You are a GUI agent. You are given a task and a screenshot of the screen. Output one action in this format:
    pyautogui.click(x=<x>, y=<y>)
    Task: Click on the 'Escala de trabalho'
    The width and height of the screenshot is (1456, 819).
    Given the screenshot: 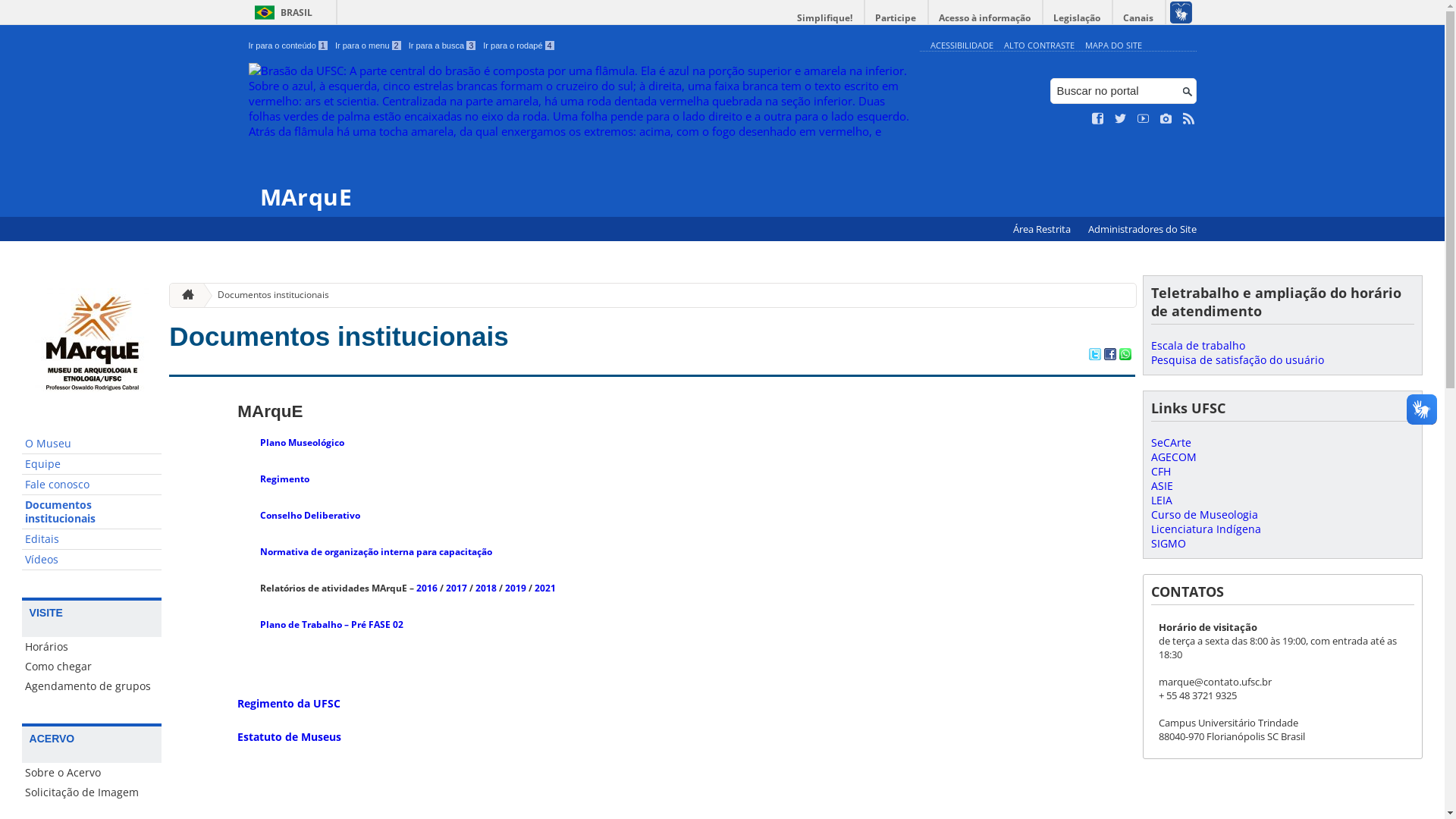 What is the action you would take?
    pyautogui.click(x=1197, y=345)
    